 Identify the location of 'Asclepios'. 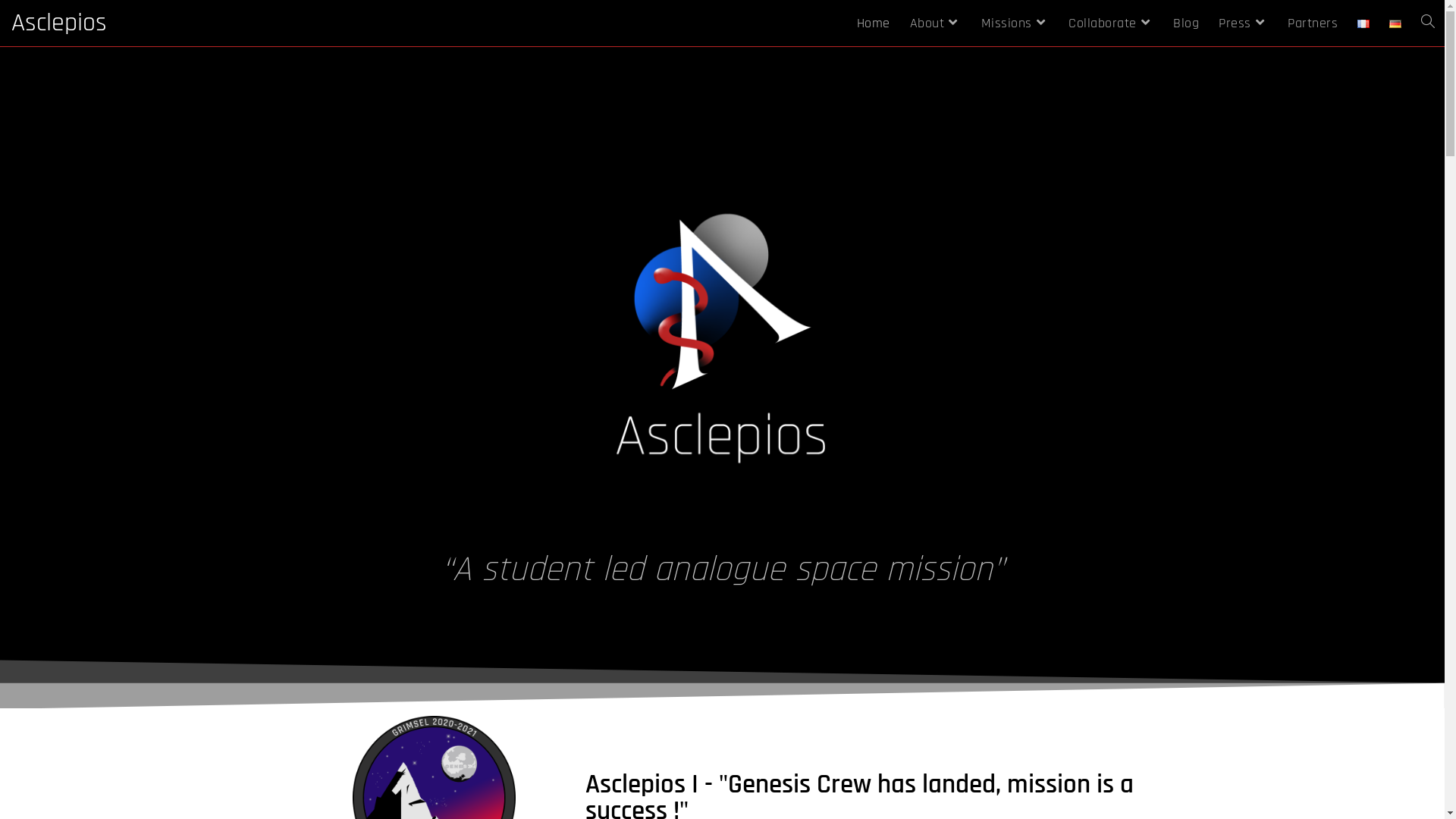
(58, 23).